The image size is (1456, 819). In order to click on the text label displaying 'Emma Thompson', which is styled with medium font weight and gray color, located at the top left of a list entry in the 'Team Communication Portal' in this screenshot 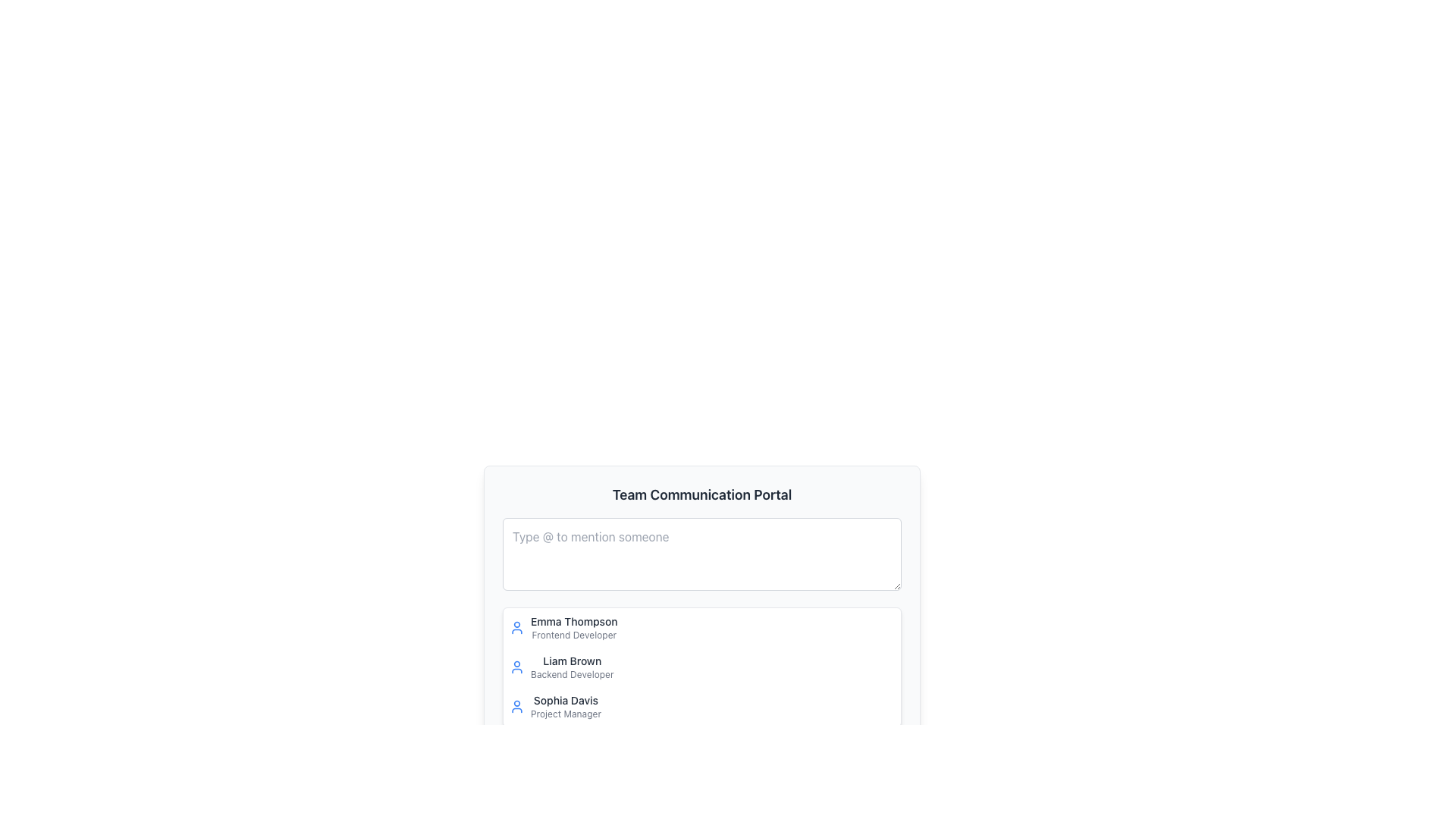, I will do `click(573, 622)`.